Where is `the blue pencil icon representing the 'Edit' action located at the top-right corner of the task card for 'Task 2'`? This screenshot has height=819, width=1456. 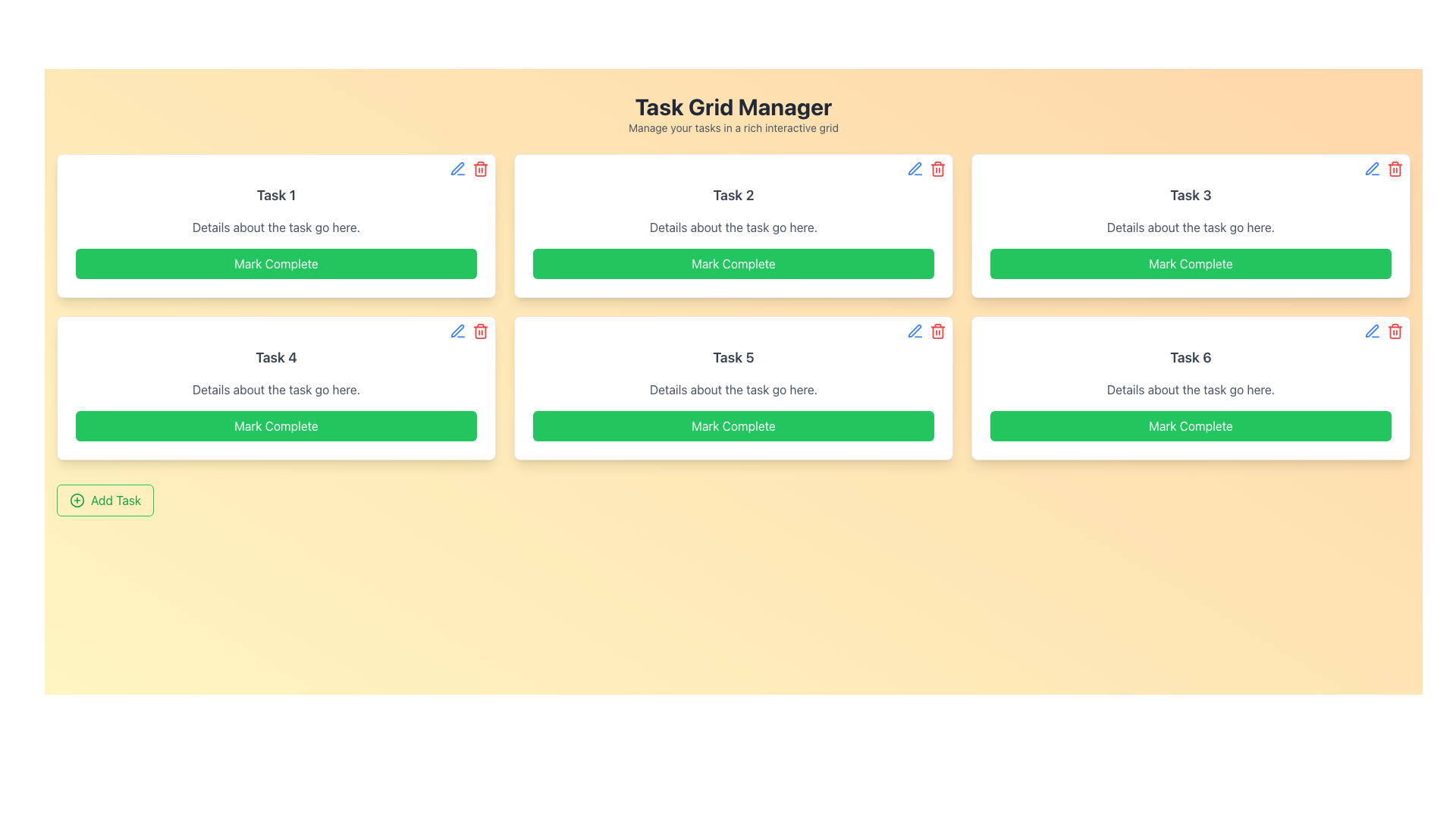
the blue pencil icon representing the 'Edit' action located at the top-right corner of the task card for 'Task 2' is located at coordinates (926, 169).